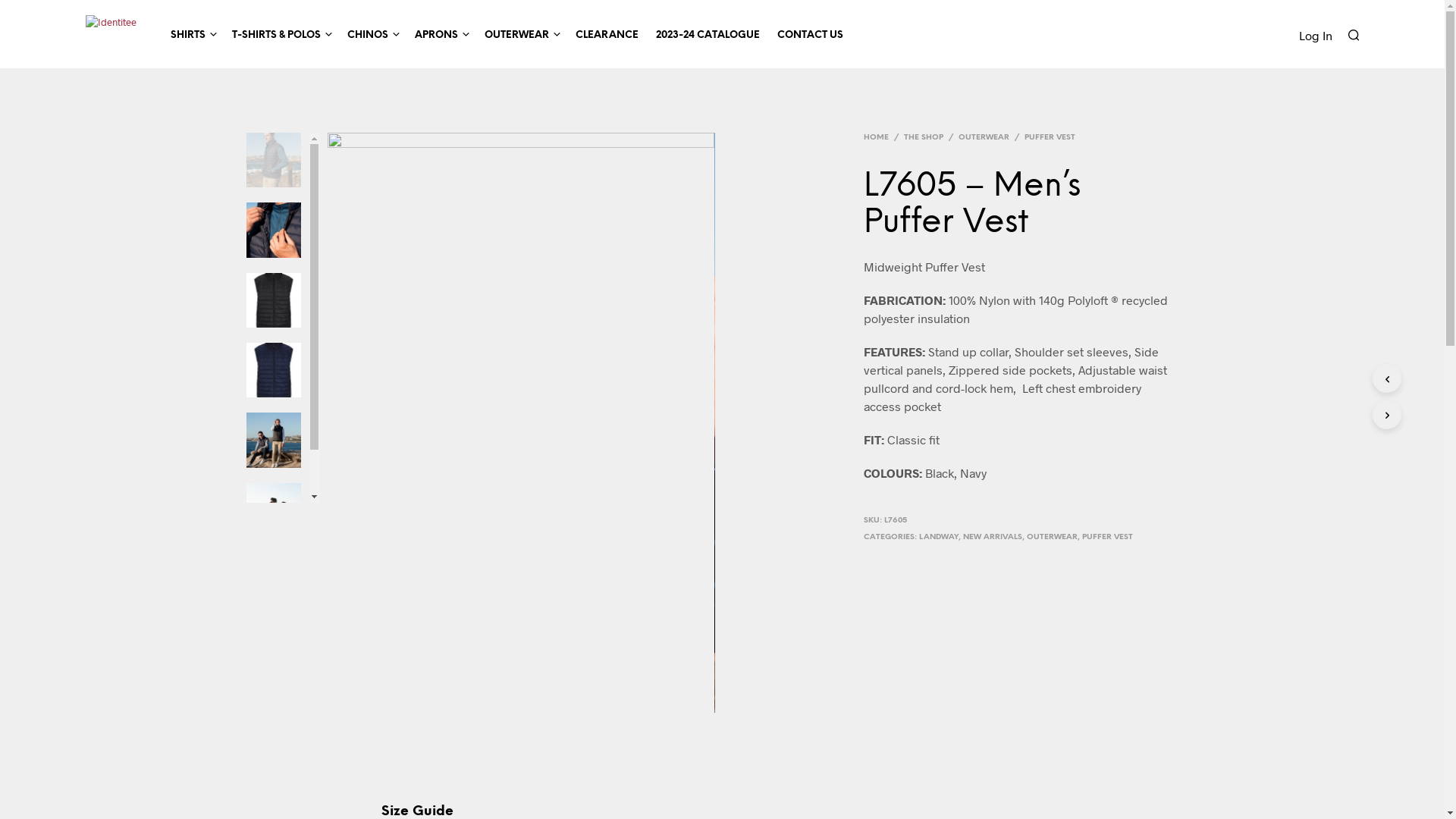 This screenshot has width=1456, height=819. Describe the element at coordinates (706, 34) in the screenshot. I see `'2023-24 CATALOGUE'` at that location.